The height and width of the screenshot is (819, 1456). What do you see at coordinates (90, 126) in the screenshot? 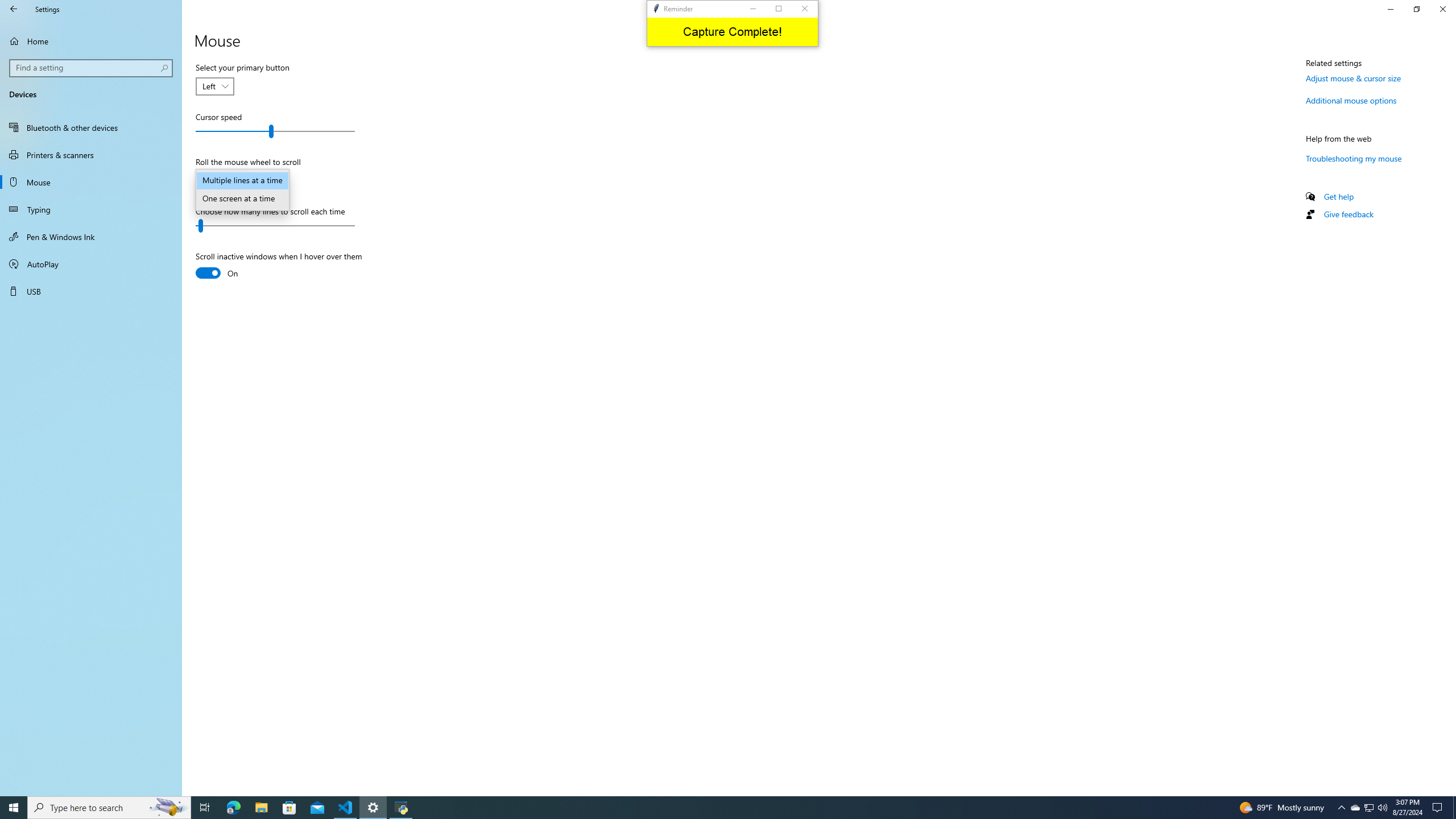
I see `'Bluetooth & other devices'` at bounding box center [90, 126].